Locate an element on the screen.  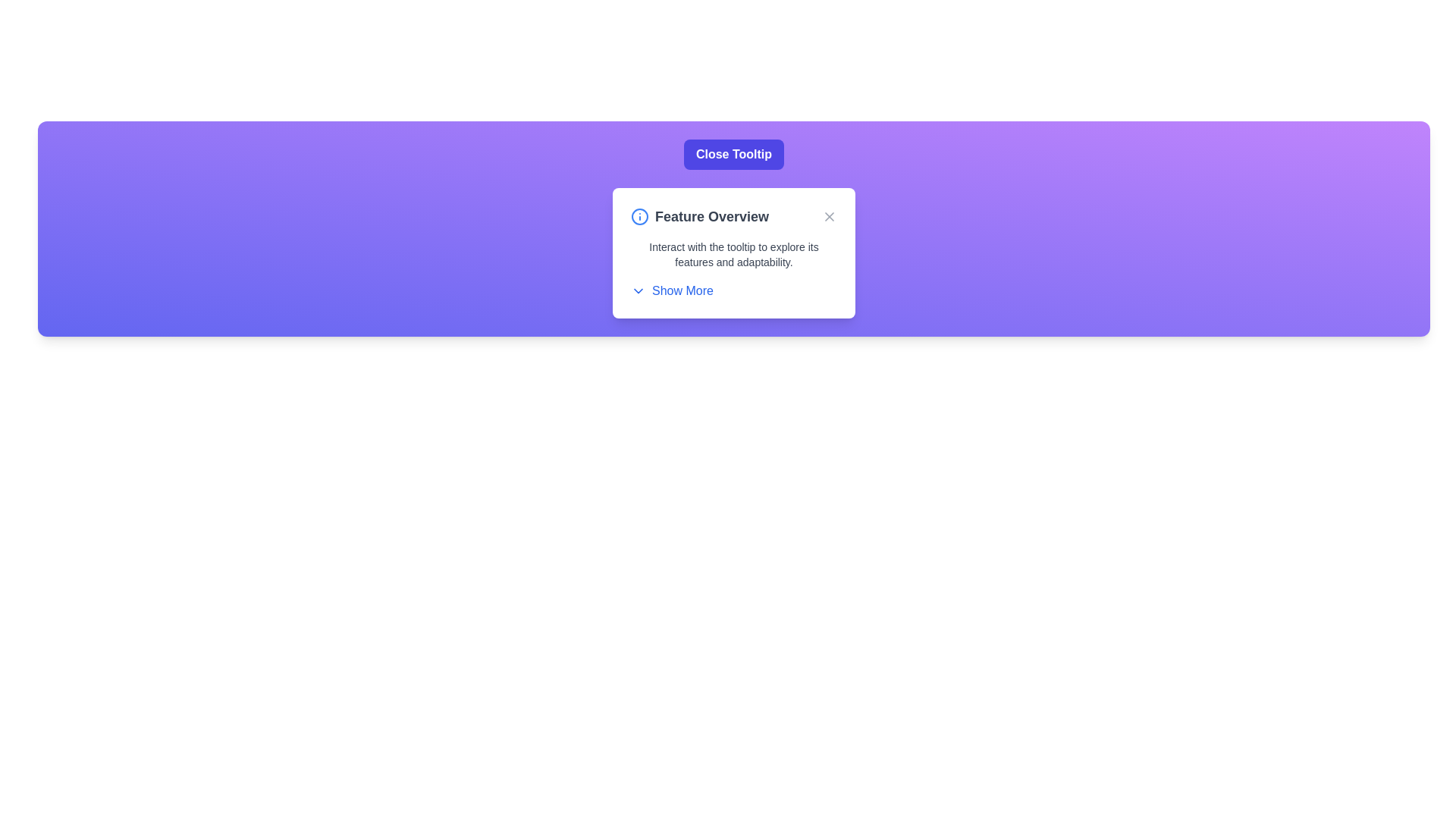
the button located at the bottom left of the 'Feature Overview' modal is located at coordinates (671, 291).